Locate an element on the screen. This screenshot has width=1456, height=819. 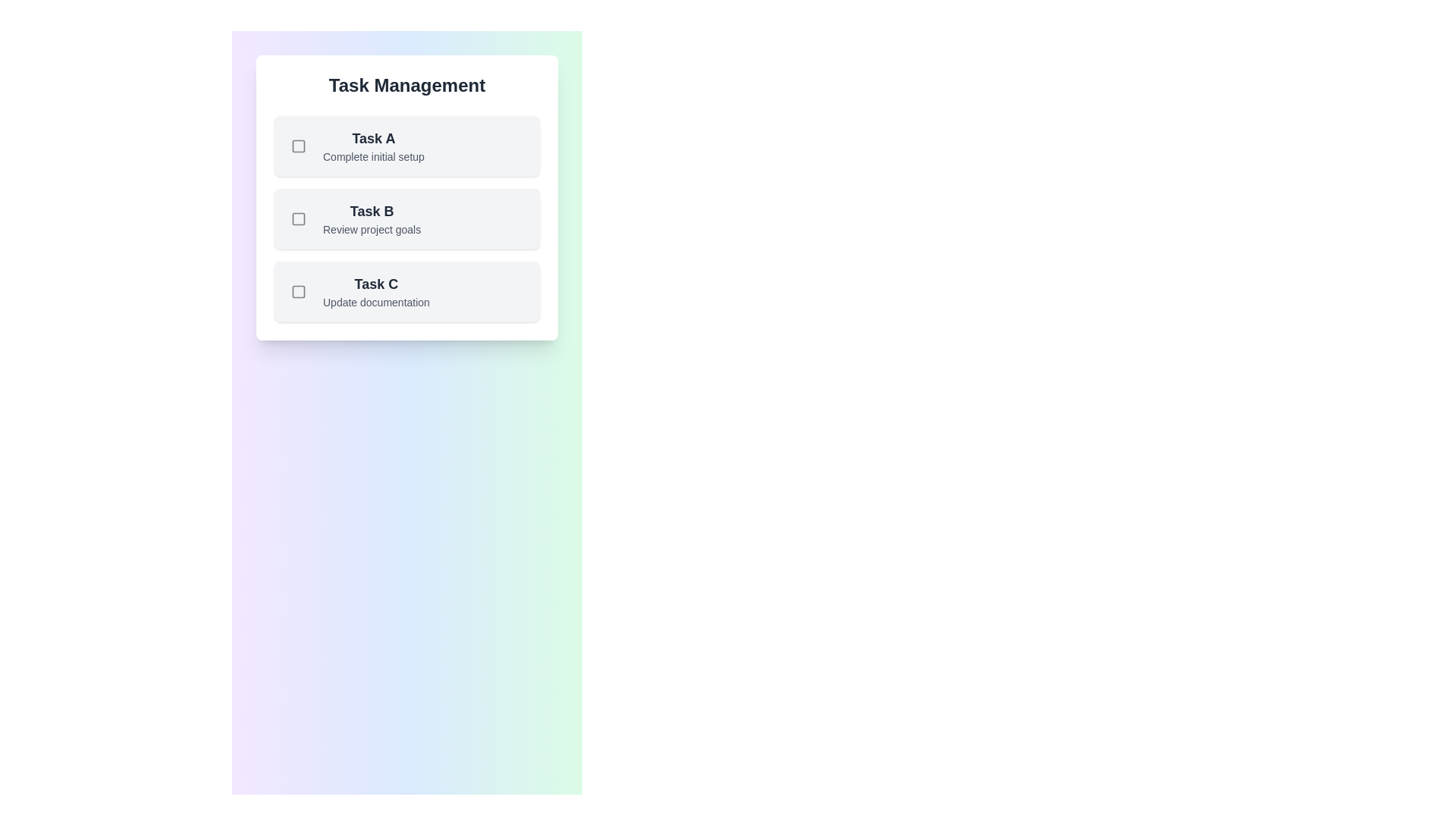
the center of the heading text labeled 'Task Management' is located at coordinates (407, 85).